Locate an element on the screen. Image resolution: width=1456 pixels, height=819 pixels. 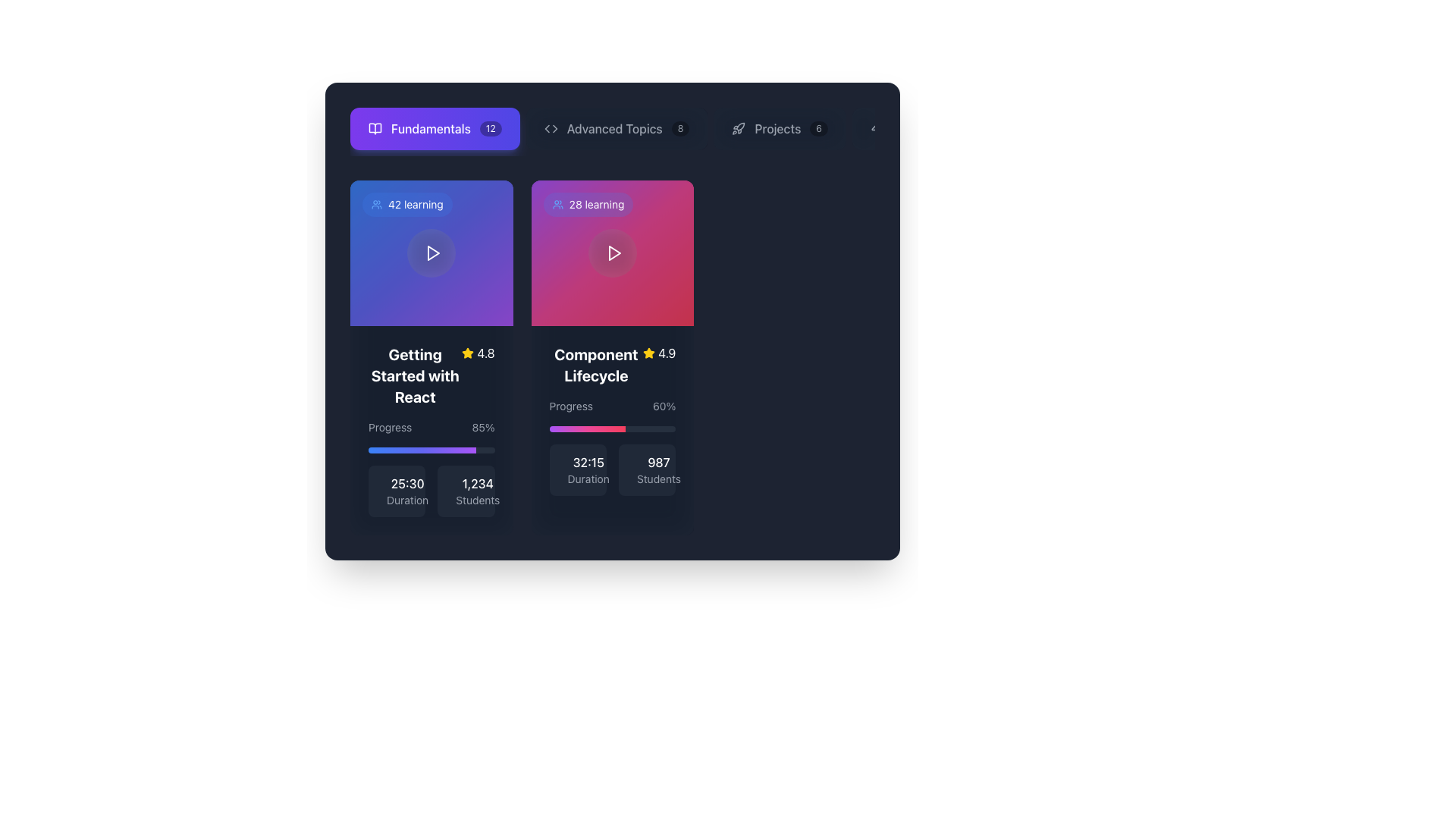
numeric value displayed in the Label that shows '987' in white color on a dark background, prominently positioned in the second card before the text 'Students' is located at coordinates (658, 461).